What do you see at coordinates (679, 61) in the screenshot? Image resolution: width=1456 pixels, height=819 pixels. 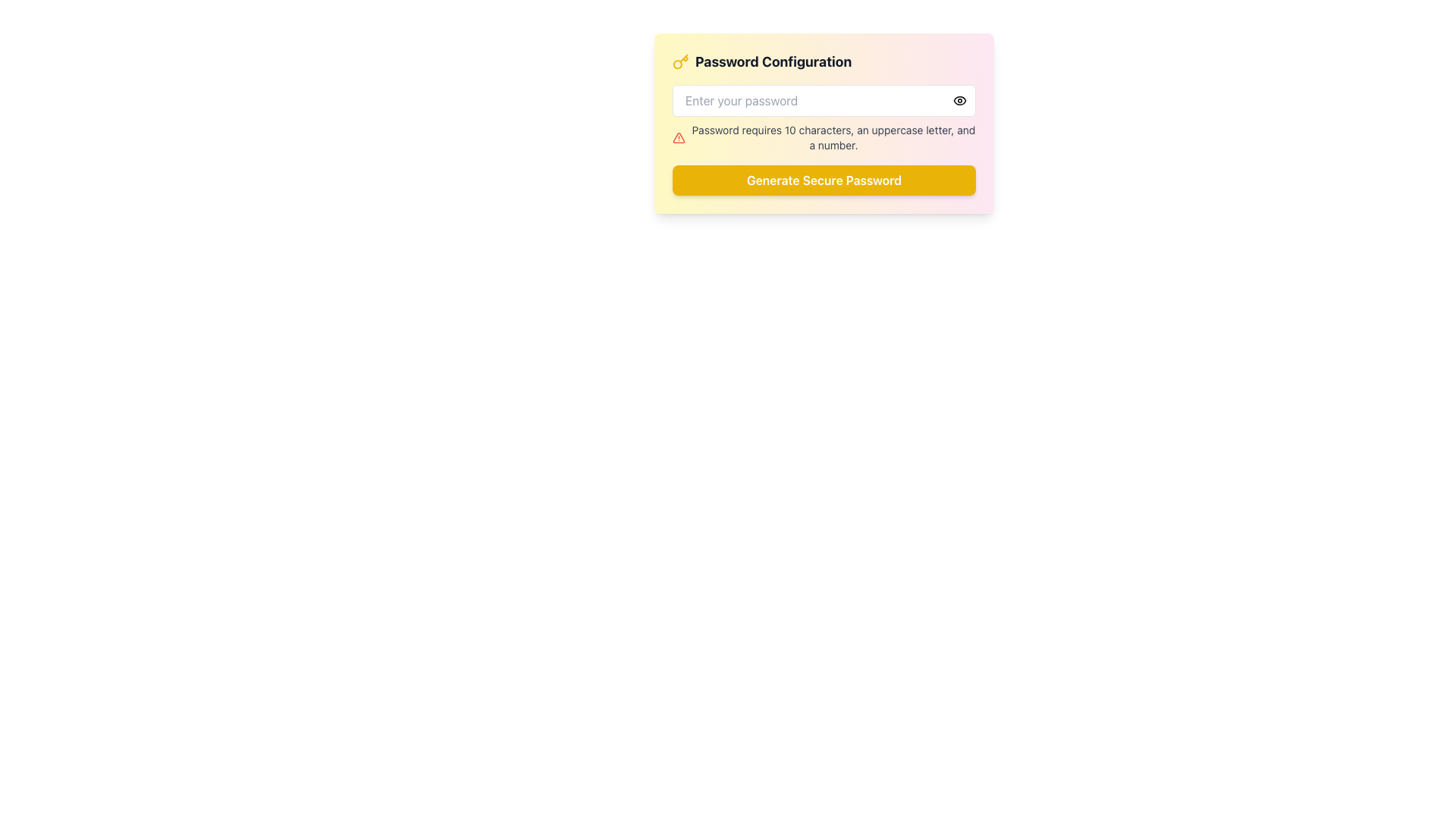 I see `the yellow key icon with a rounded stroke located next to the 'Password Configuration' text in the header of the panel` at bounding box center [679, 61].